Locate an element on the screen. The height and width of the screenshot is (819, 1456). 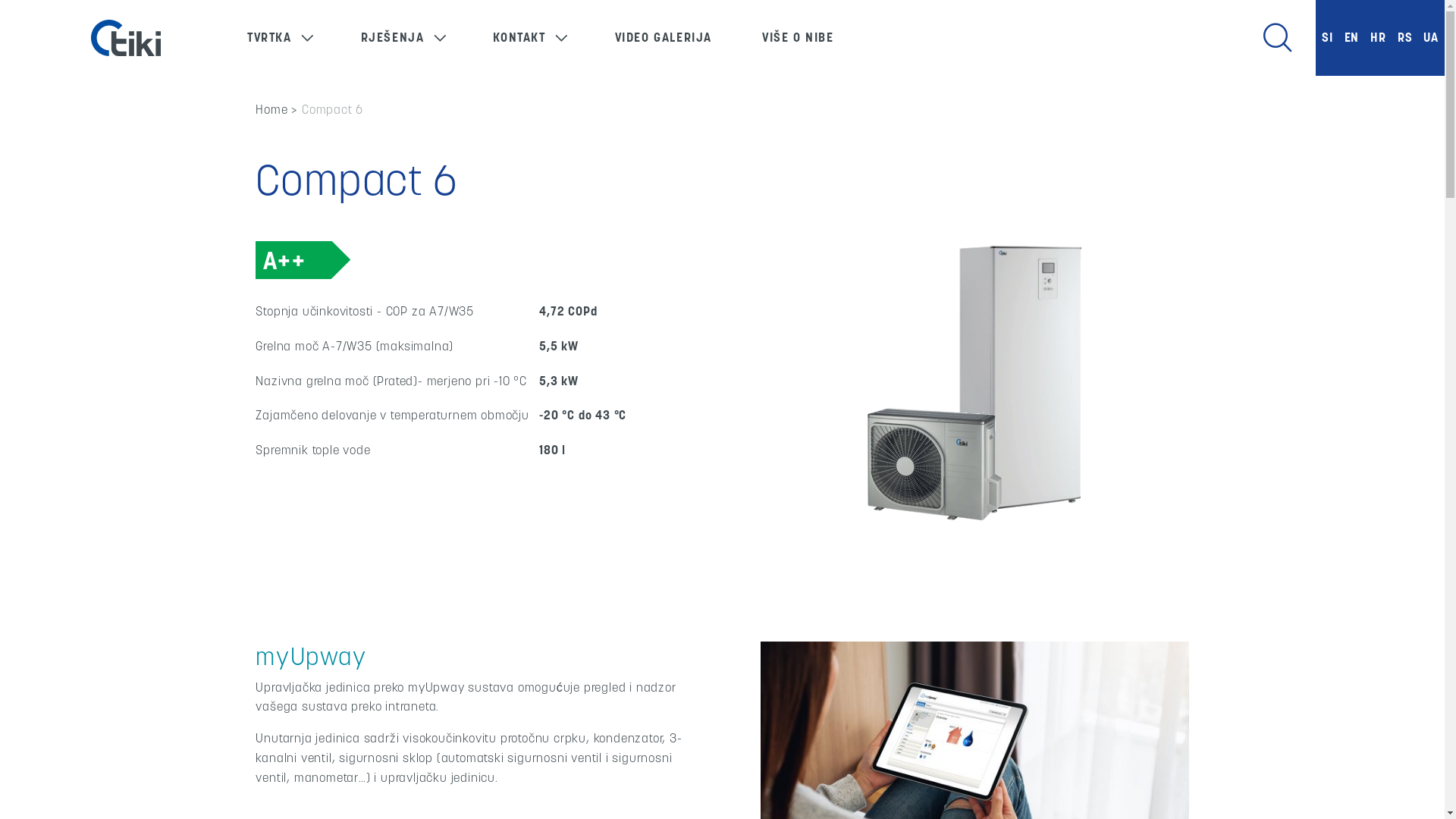
'KONTAKT' is located at coordinates (519, 37).